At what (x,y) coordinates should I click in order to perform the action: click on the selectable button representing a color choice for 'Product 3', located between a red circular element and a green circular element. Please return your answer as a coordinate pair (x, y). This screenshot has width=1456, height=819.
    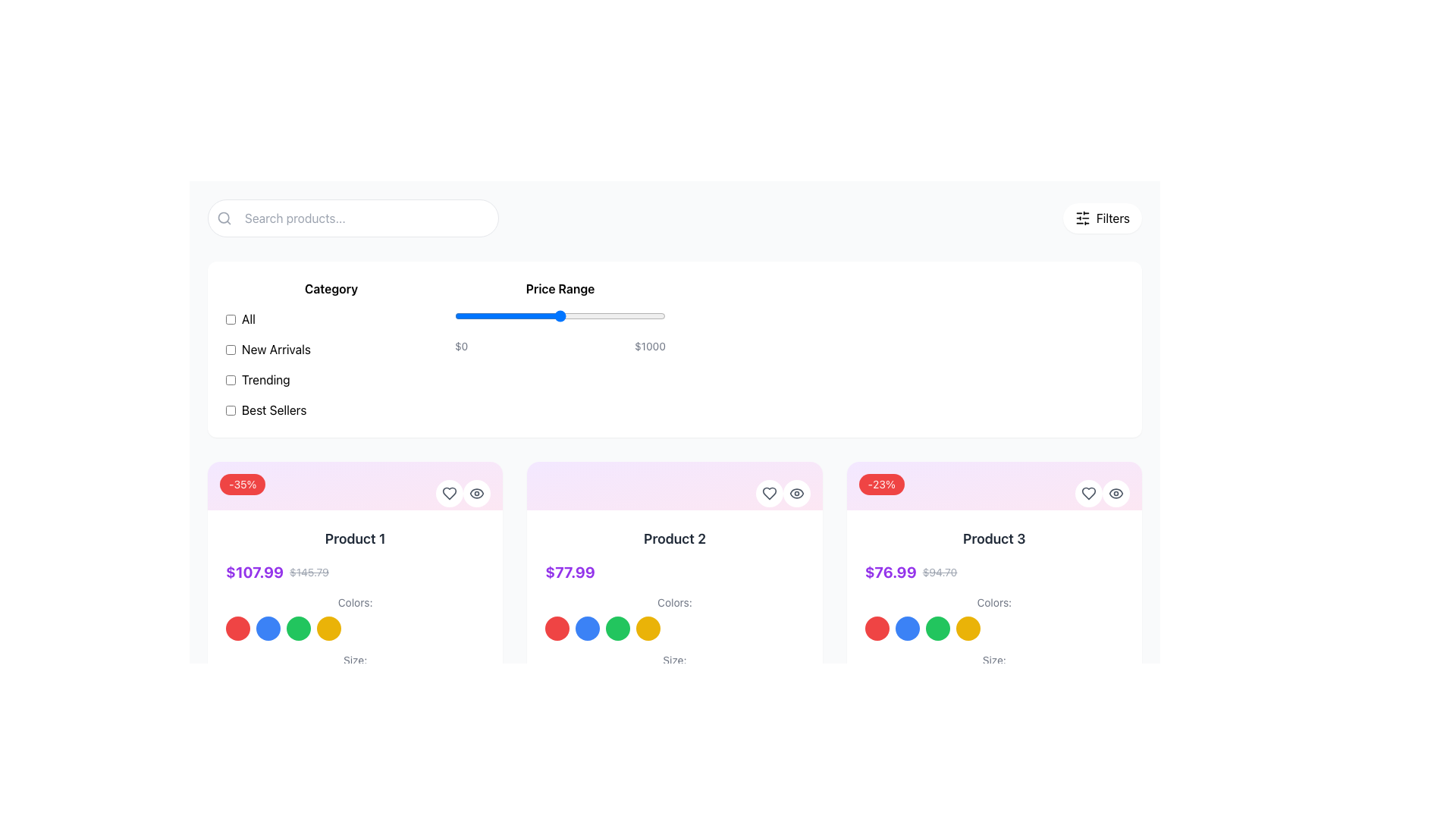
    Looking at the image, I should click on (907, 629).